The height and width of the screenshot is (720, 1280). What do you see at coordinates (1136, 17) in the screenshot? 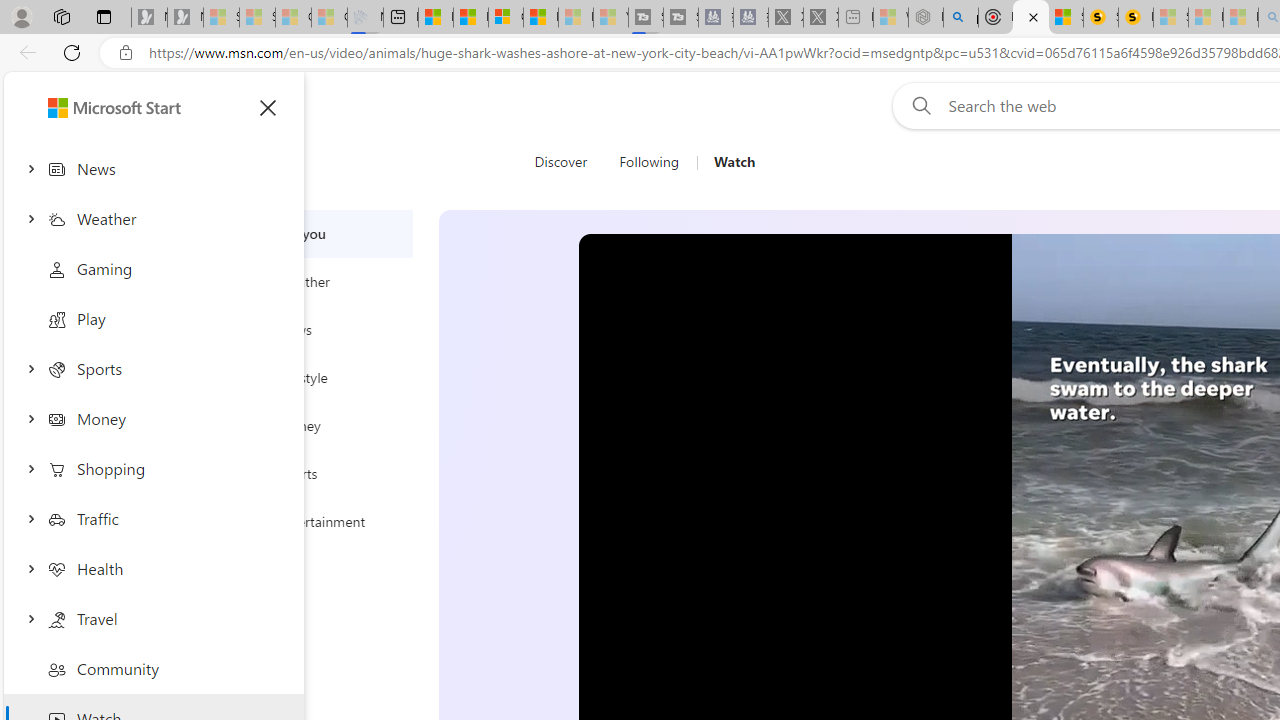
I see `'Michelle Starr, Senior Journalist at ScienceAlert'` at bounding box center [1136, 17].